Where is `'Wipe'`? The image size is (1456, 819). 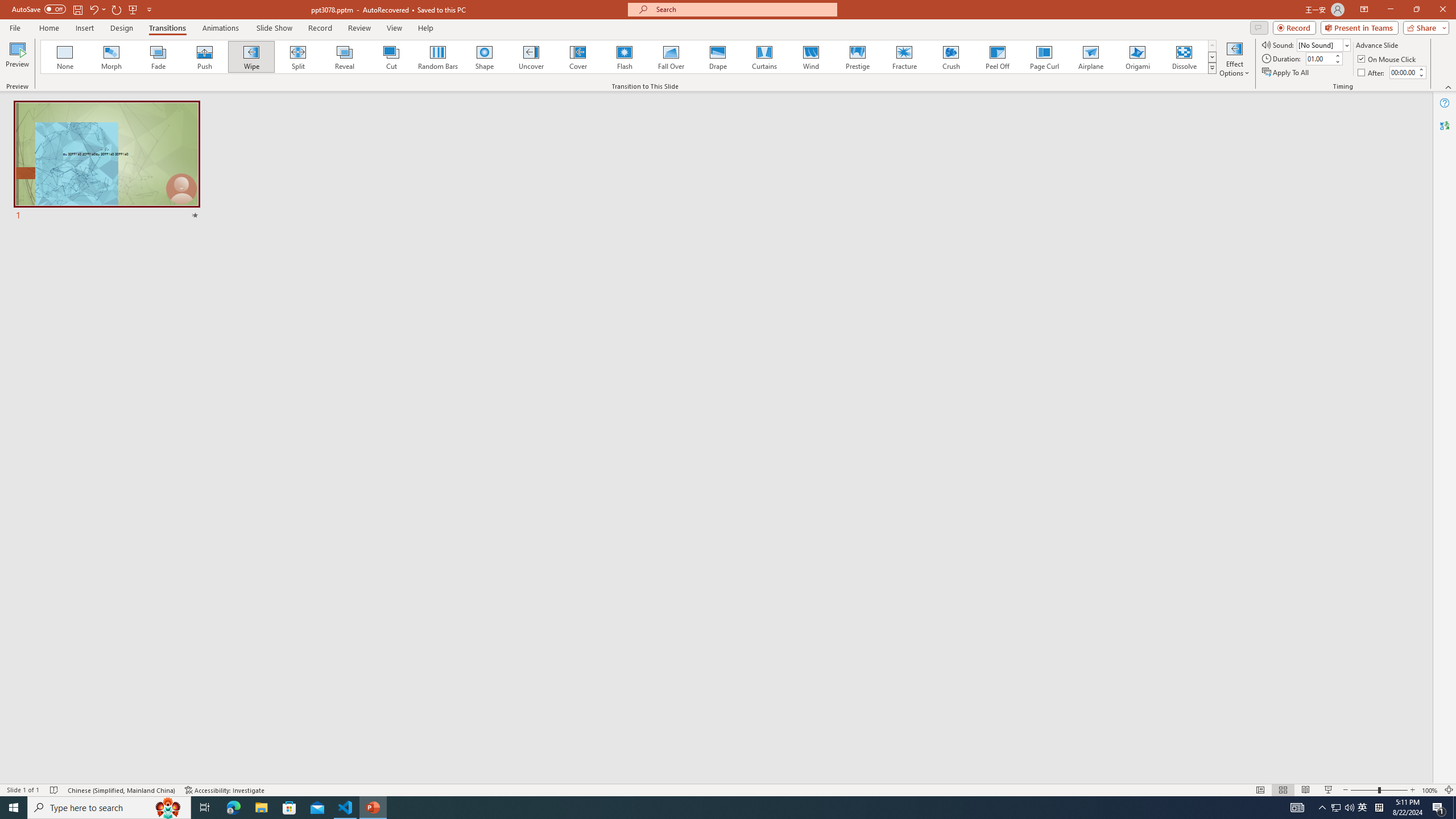
'Wipe' is located at coordinates (251, 56).